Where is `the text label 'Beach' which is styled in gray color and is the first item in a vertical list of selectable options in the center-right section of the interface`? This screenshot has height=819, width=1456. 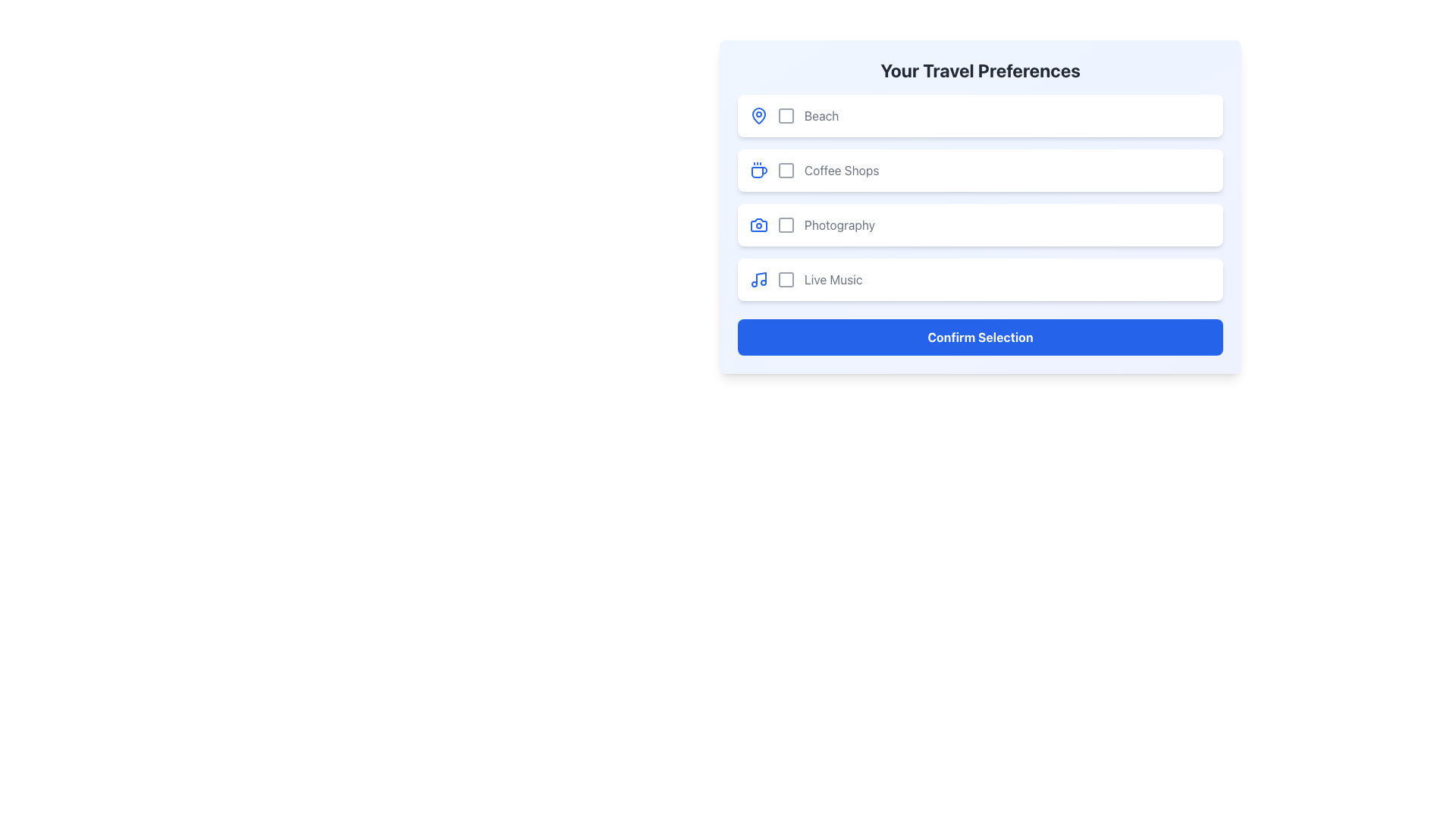 the text label 'Beach' which is styled in gray color and is the first item in a vertical list of selectable options in the center-right section of the interface is located at coordinates (821, 115).